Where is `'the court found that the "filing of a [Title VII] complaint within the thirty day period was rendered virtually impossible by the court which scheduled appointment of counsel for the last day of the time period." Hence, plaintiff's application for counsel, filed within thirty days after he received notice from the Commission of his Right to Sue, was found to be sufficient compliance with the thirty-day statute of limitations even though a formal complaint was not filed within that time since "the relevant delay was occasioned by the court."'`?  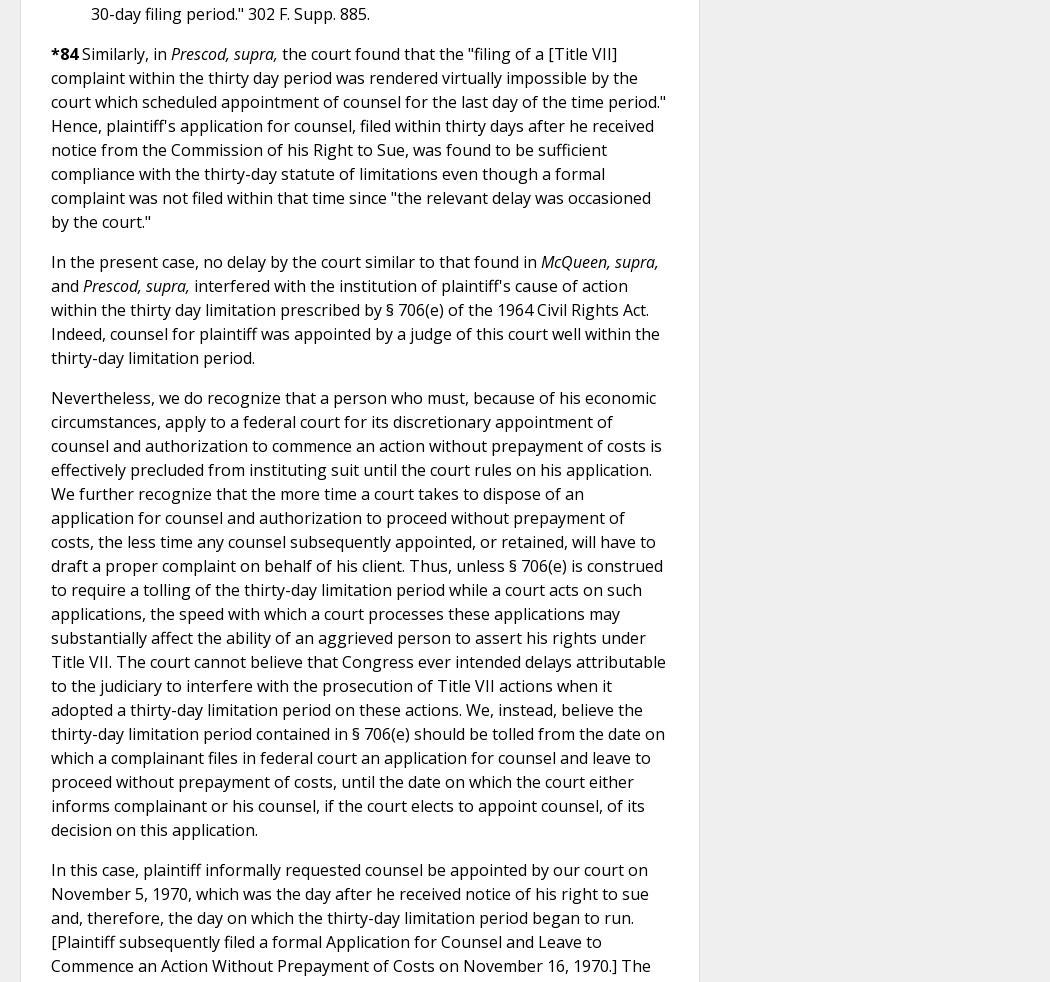 'the court found that the "filing of a [Title VII] complaint within the thirty day period was rendered virtually impossible by the court which scheduled appointment of counsel for the last day of the time period." Hence, plaintiff's application for counsel, filed within thirty days after he received notice from the Commission of his Right to Sue, was found to be sufficient compliance with the thirty-day statute of limitations even though a formal complaint was not filed within that time since "the relevant delay was occasioned by the court."' is located at coordinates (357, 135).